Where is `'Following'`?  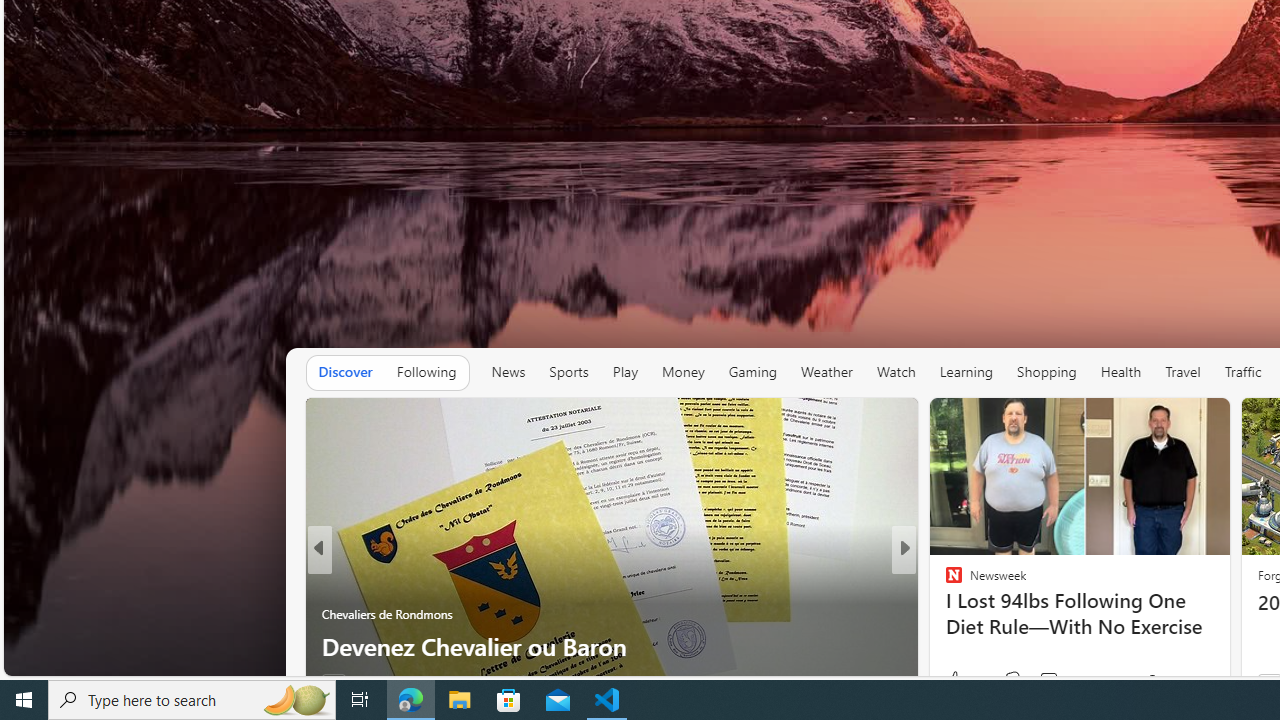
'Following' is located at coordinates (425, 372).